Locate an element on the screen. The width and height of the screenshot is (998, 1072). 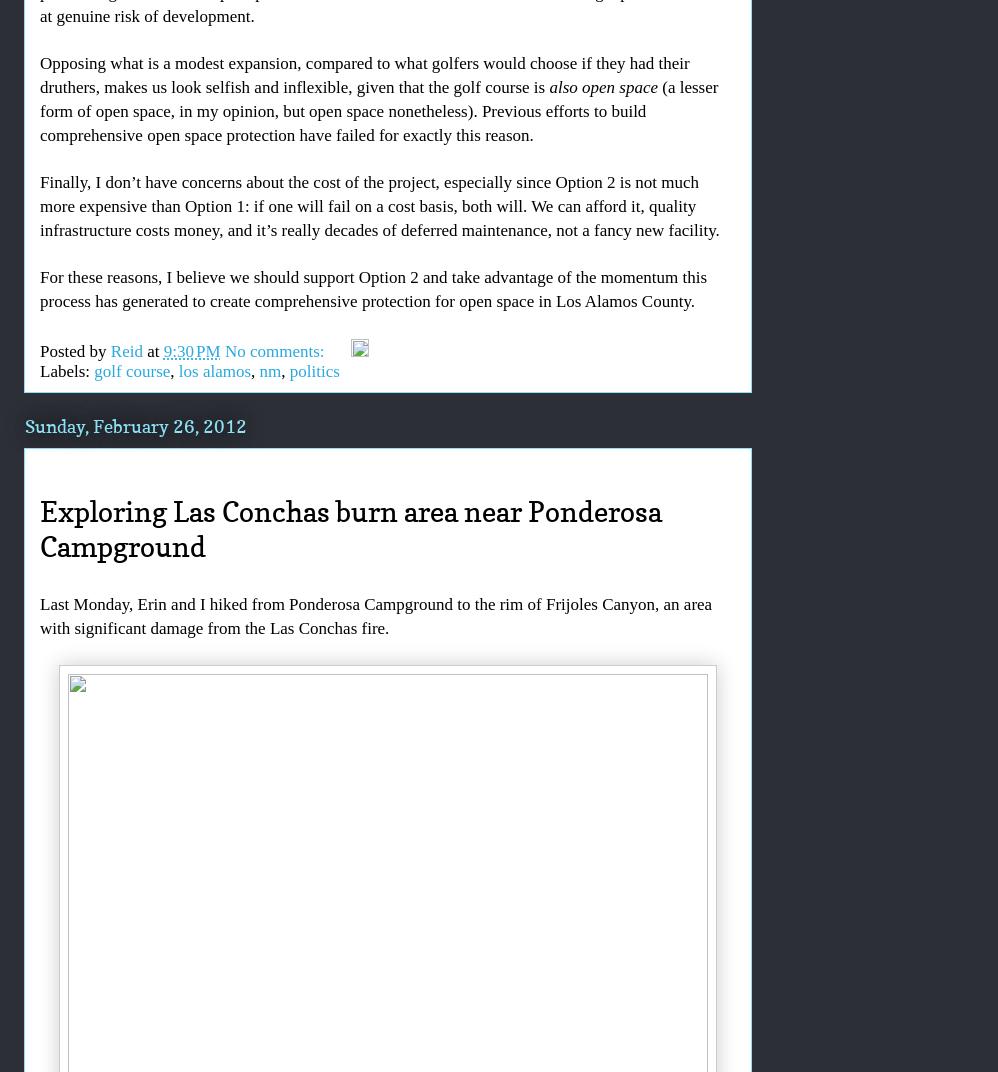
'Opposing what is a modest expansion, compared to what golfers would choose if they had their druthers, makes us look selfish and inflexible, given that the golf course is' is located at coordinates (363, 75).